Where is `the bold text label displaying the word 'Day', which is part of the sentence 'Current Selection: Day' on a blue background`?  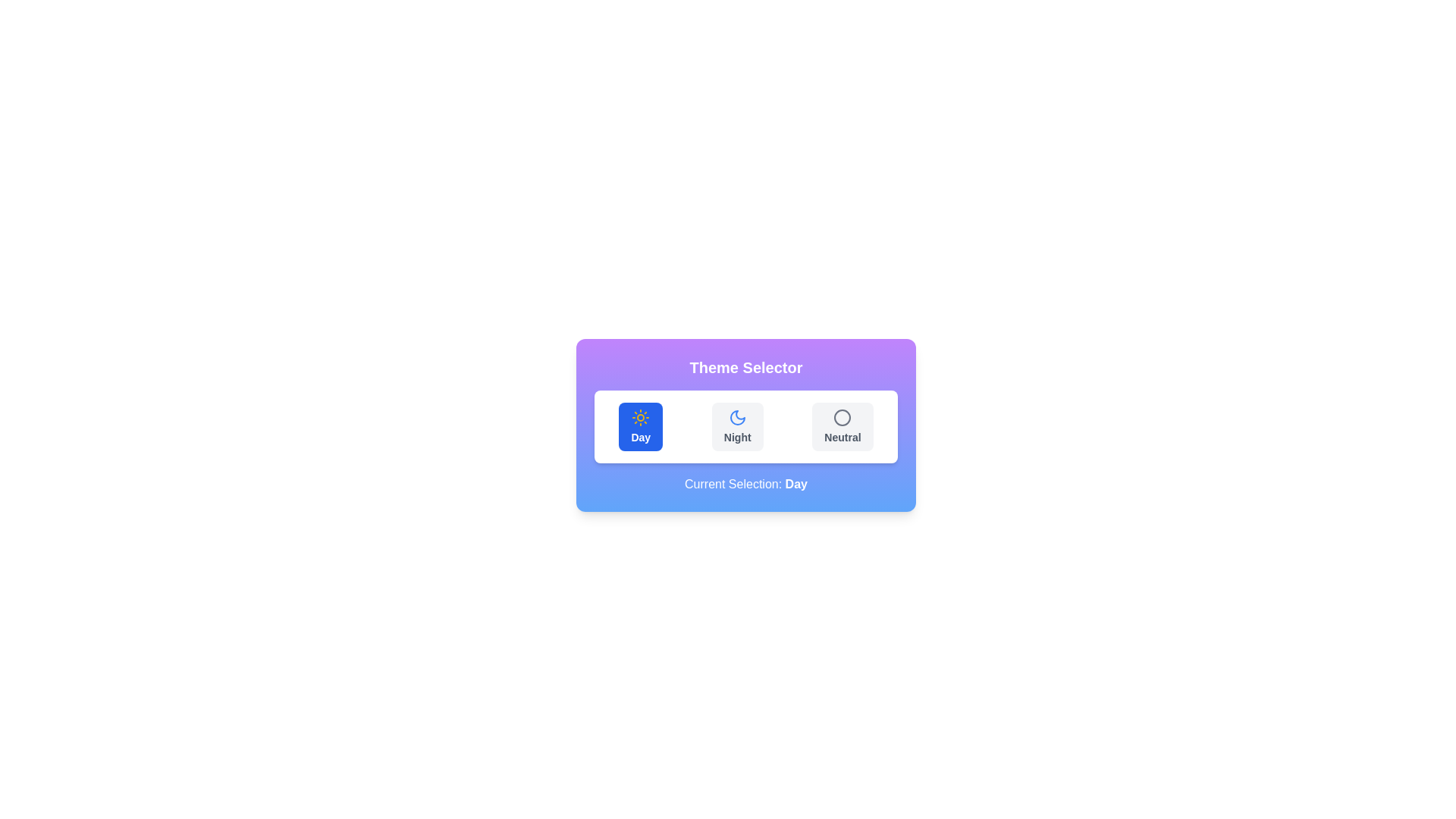 the bold text label displaying the word 'Day', which is part of the sentence 'Current Selection: Day' on a blue background is located at coordinates (795, 484).